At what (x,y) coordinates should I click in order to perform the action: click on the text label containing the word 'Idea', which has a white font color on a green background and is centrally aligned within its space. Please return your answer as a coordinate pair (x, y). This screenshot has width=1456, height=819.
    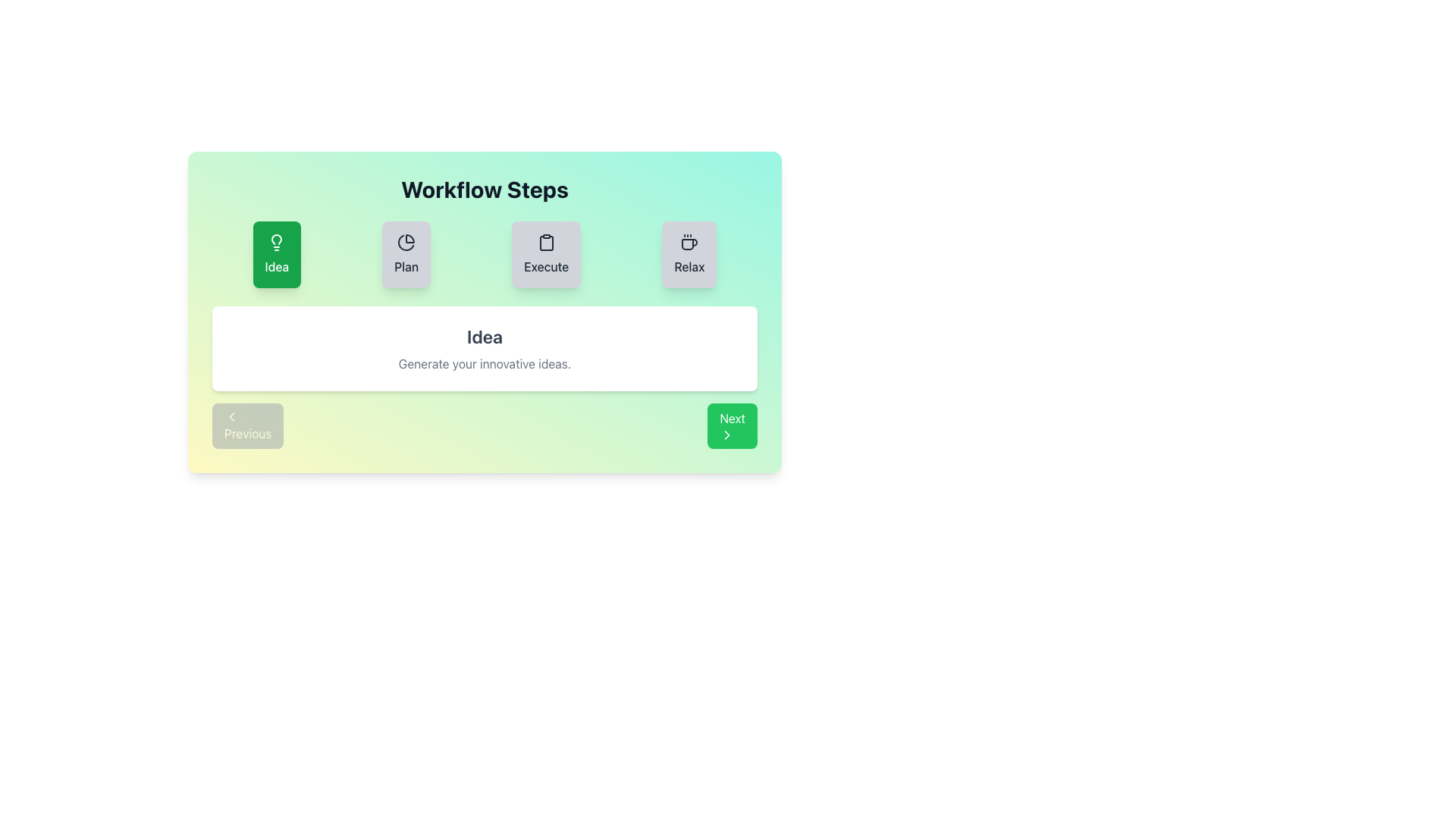
    Looking at the image, I should click on (277, 265).